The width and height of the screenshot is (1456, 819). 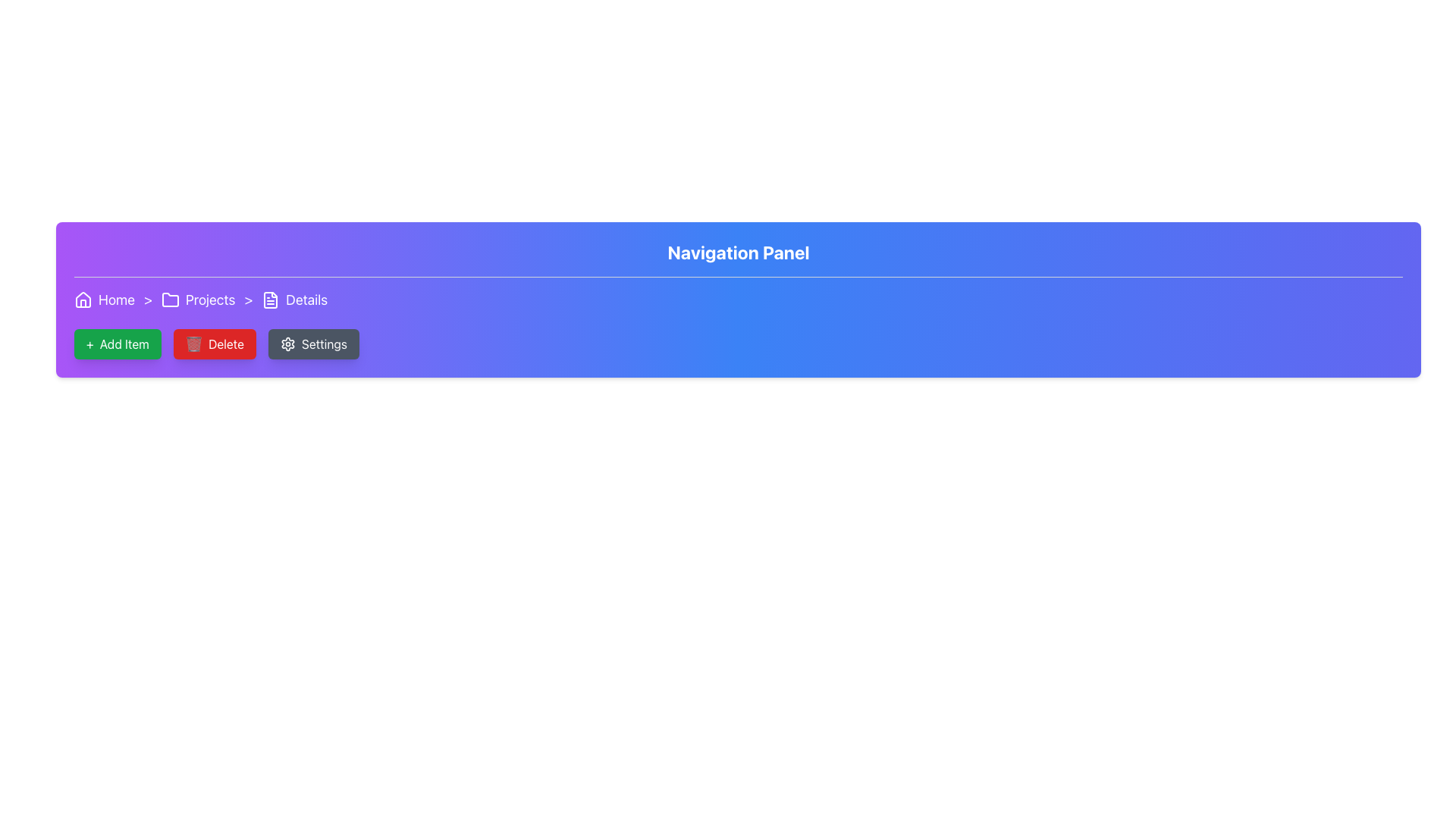 What do you see at coordinates (124, 344) in the screenshot?
I see `text information from the Text label located within the '+Add Item' button, which is positioned in the top-left corner of the navigation panel` at bounding box center [124, 344].